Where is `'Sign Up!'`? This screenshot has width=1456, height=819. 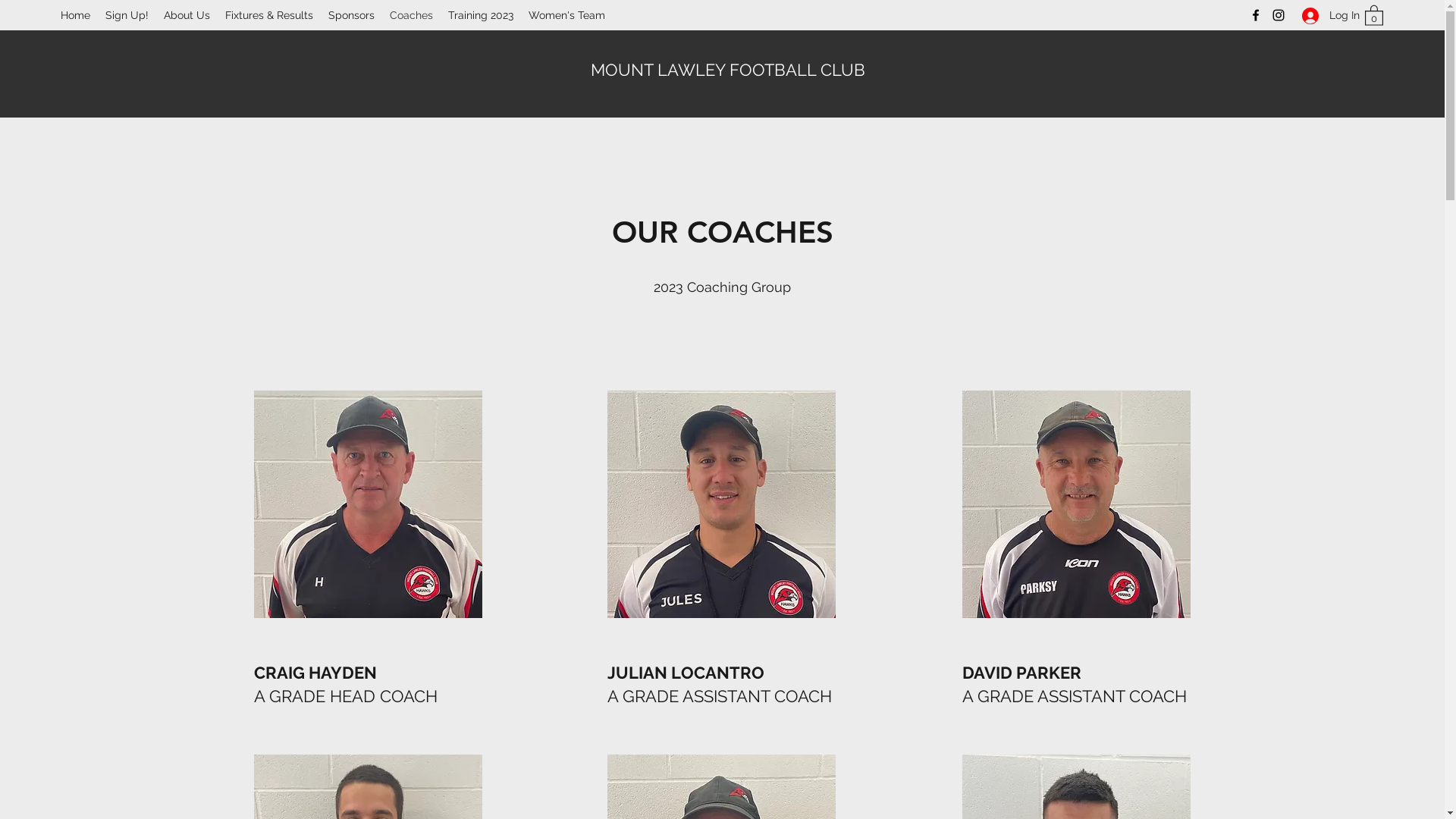
'Sign Up!' is located at coordinates (97, 14).